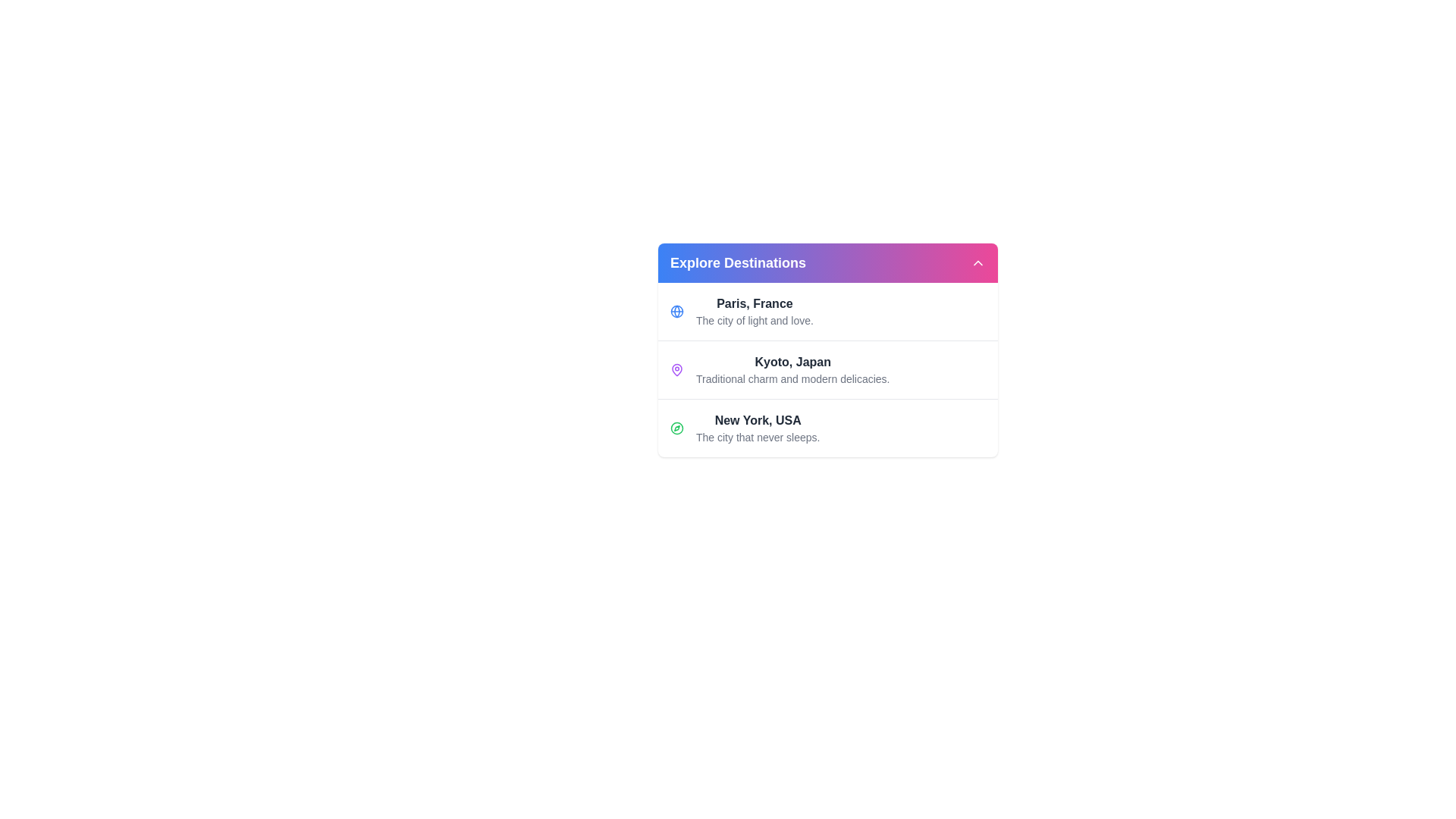 This screenshot has height=819, width=1456. I want to click on muted gray text stating 'The city that never sleeps.' located under the bold title 'New York, USA', so click(758, 438).